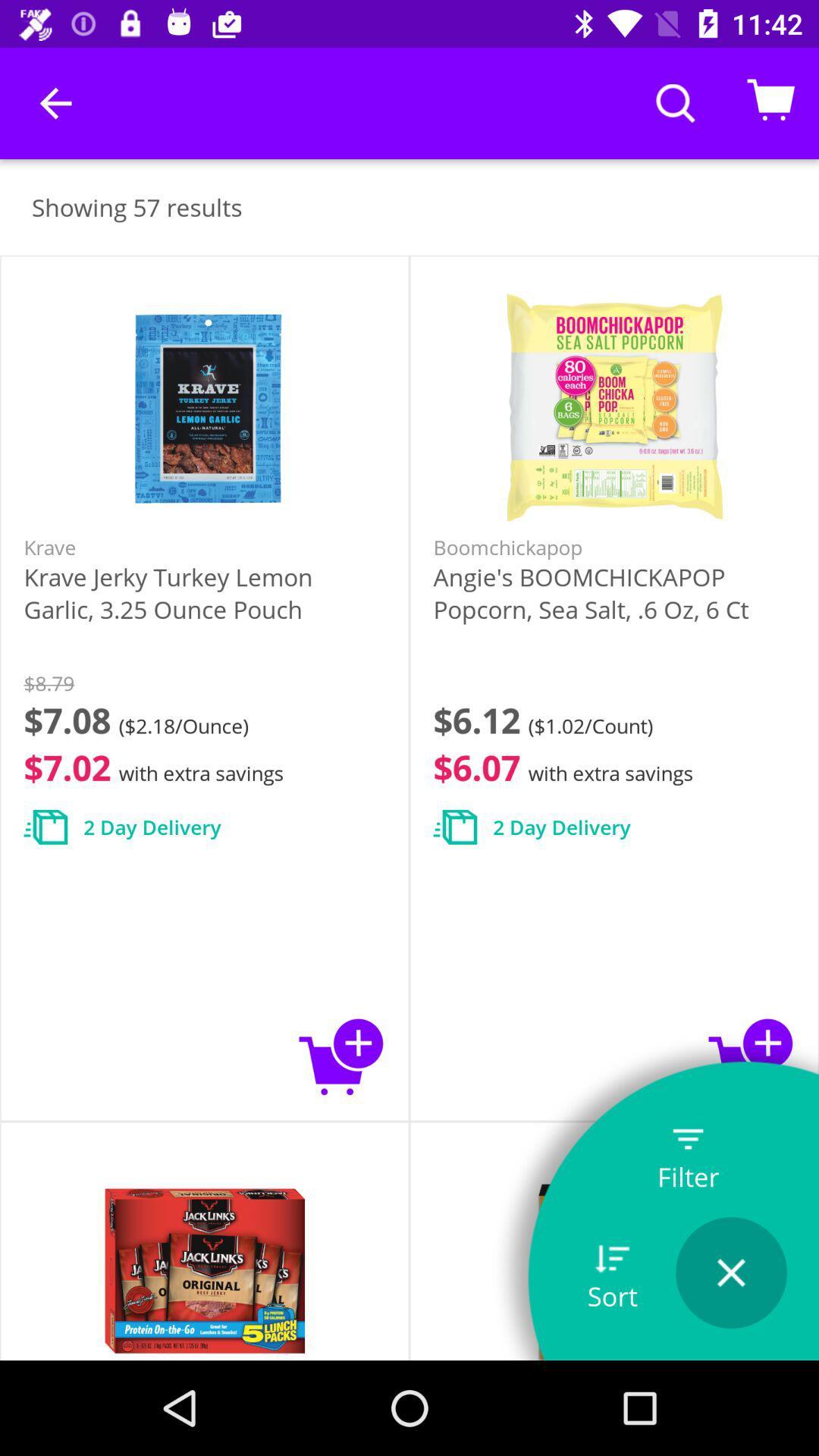 The image size is (819, 1456). What do you see at coordinates (752, 1056) in the screenshot?
I see `to cart` at bounding box center [752, 1056].